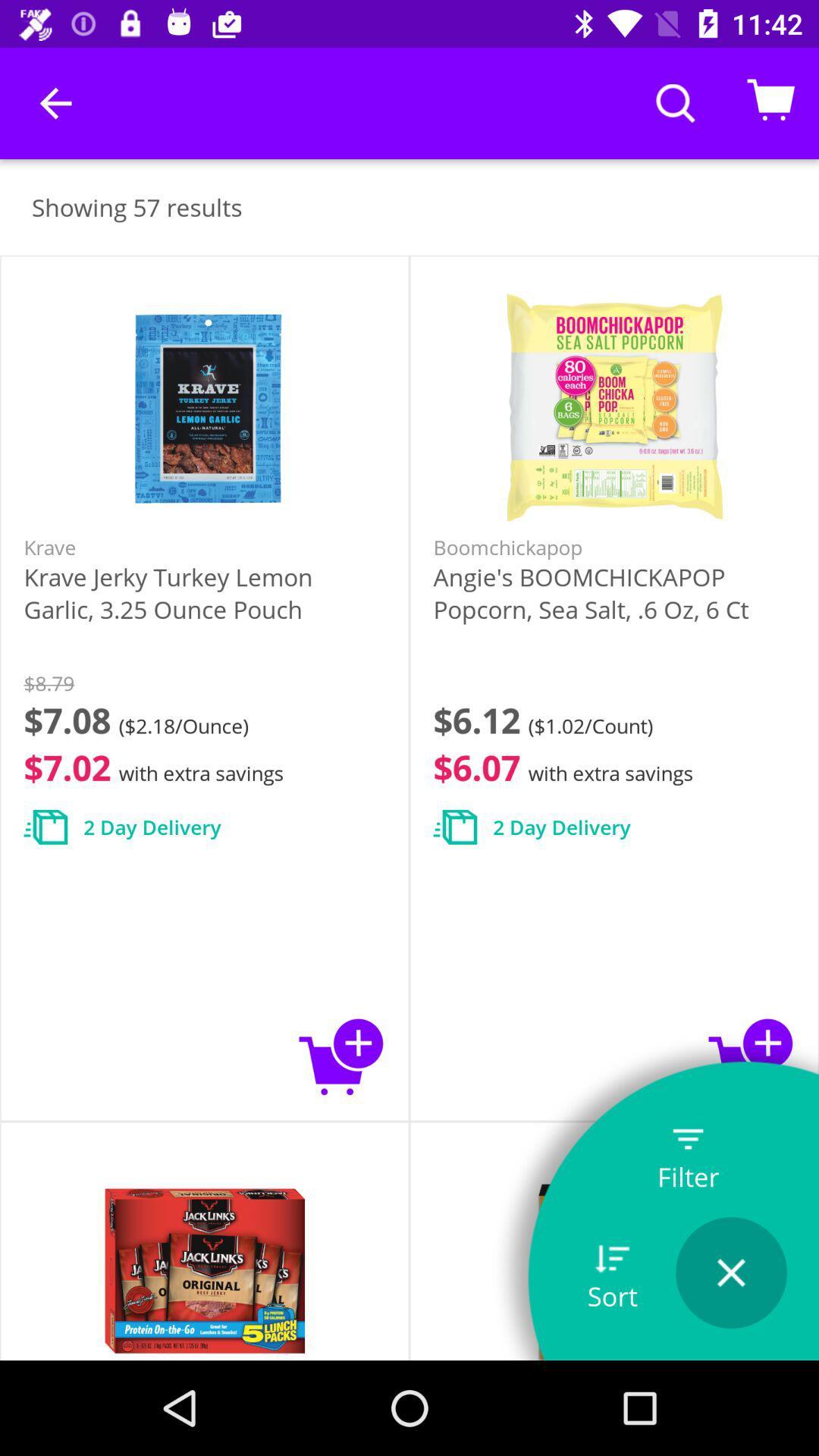 The image size is (819, 1456). What do you see at coordinates (752, 1056) in the screenshot?
I see `to cart` at bounding box center [752, 1056].